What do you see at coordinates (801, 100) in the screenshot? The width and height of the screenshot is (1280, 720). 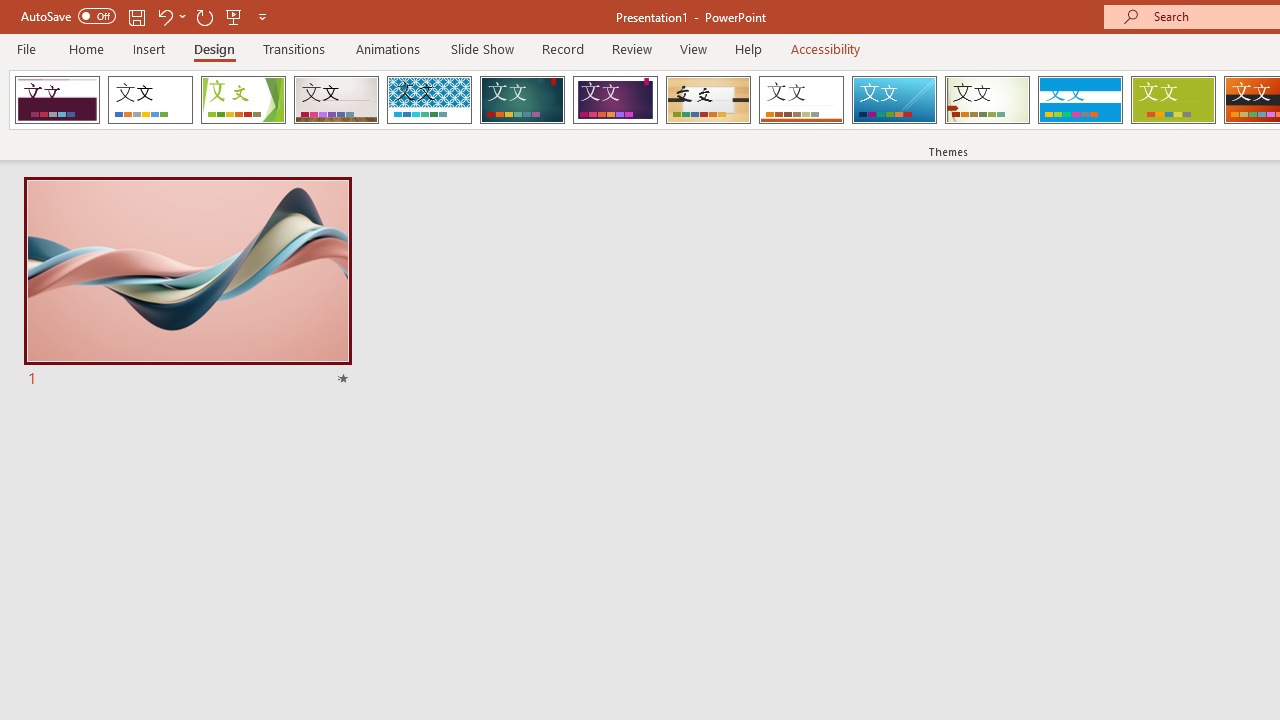 I see `'Retrospect'` at bounding box center [801, 100].